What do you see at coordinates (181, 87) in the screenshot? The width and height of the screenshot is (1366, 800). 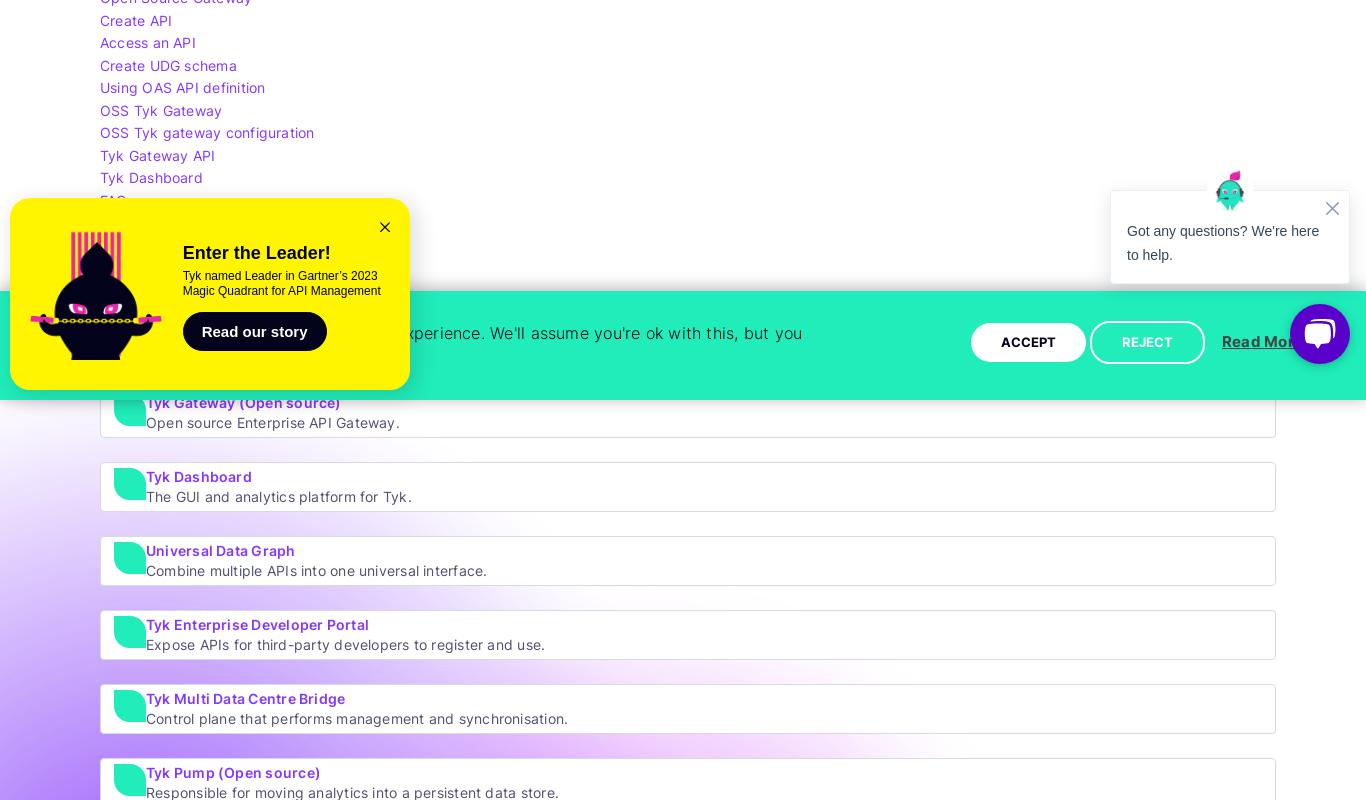 I see `'Using OAS API definition'` at bounding box center [181, 87].